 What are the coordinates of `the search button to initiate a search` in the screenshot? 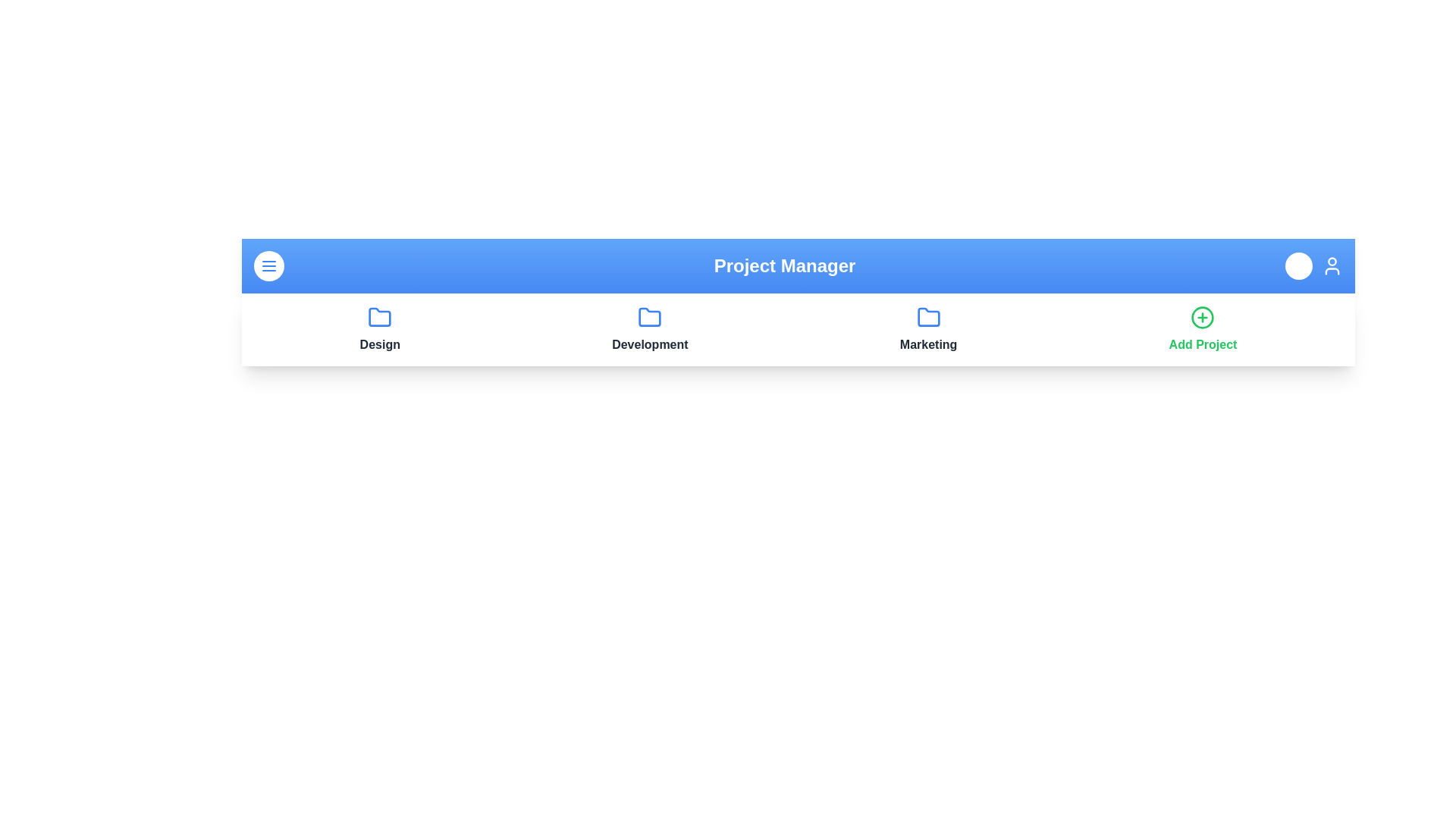 It's located at (1298, 265).